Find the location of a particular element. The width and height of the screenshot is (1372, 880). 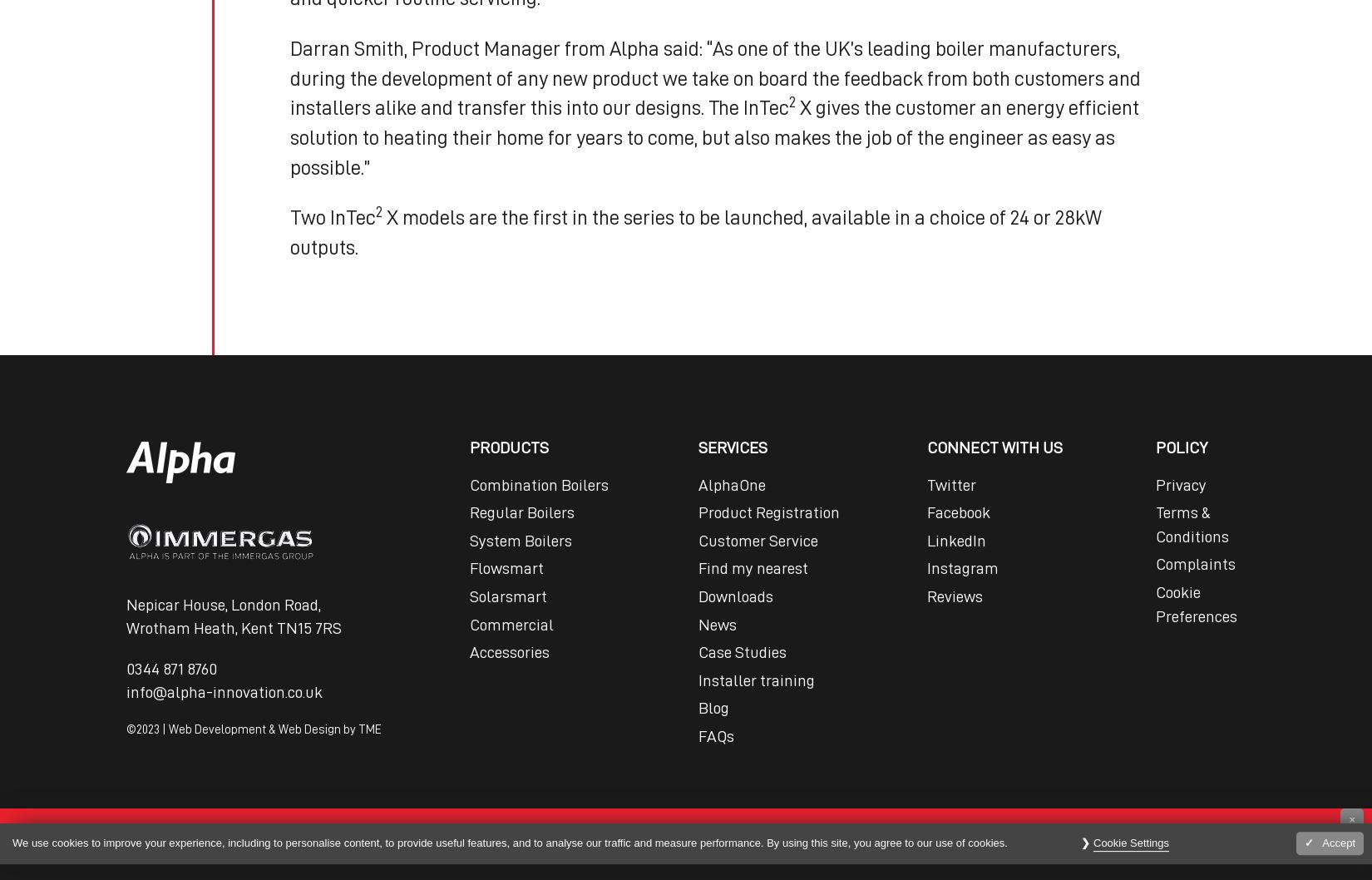

'News' is located at coordinates (716, 624).